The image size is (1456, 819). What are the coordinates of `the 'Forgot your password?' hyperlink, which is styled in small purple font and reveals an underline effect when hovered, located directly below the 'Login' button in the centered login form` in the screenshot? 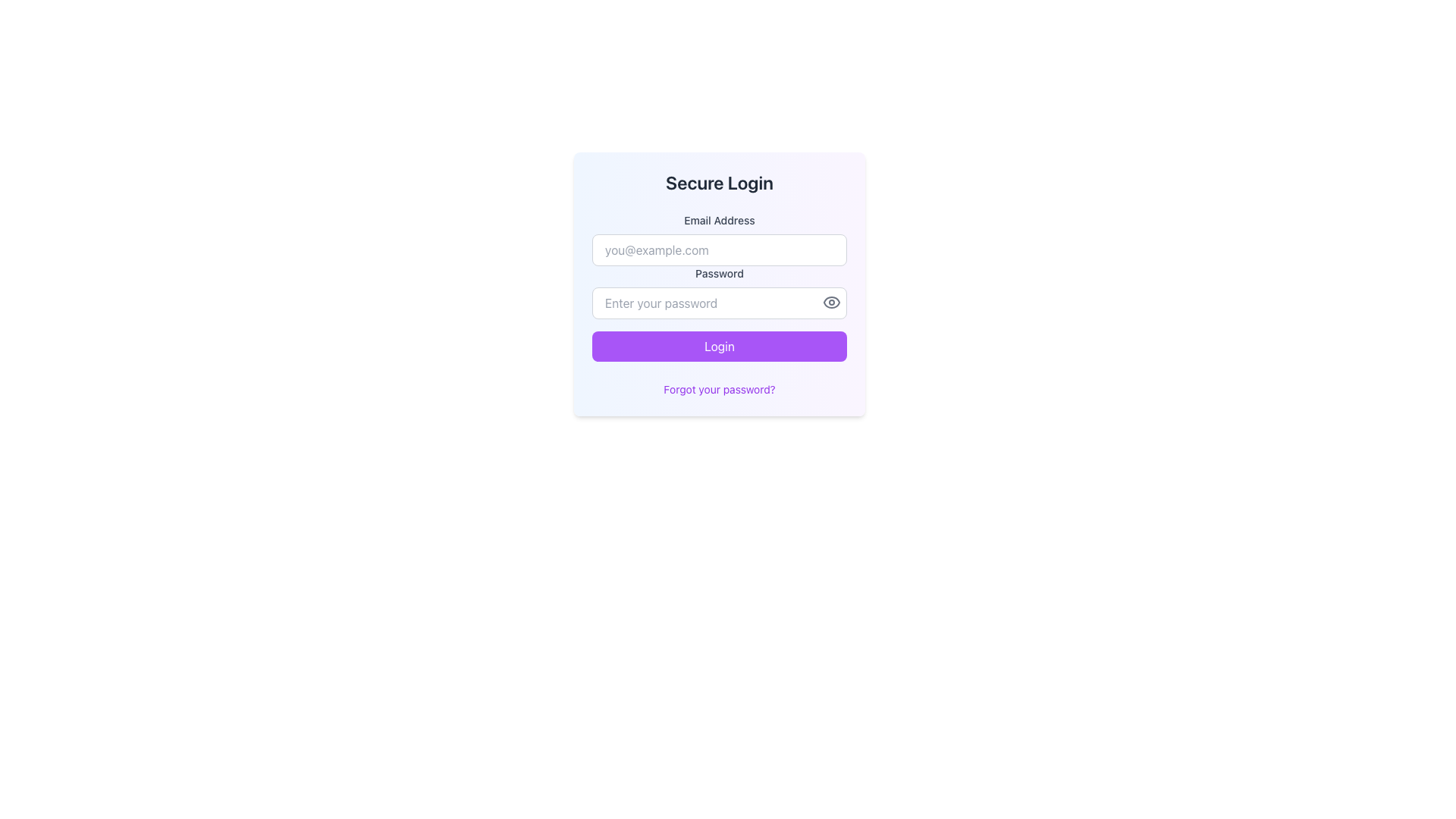 It's located at (719, 388).